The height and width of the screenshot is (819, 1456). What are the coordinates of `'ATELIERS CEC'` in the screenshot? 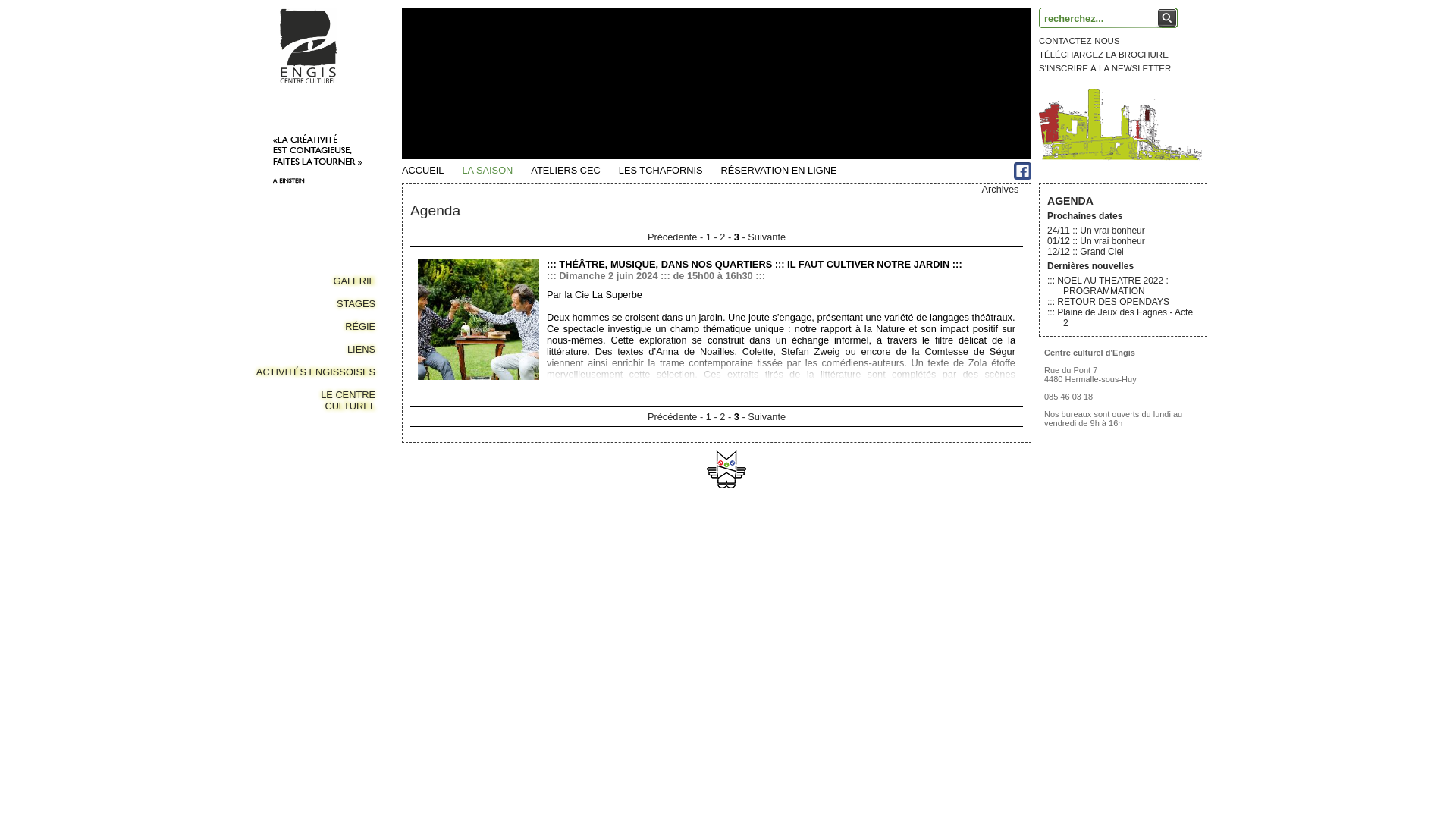 It's located at (574, 171).